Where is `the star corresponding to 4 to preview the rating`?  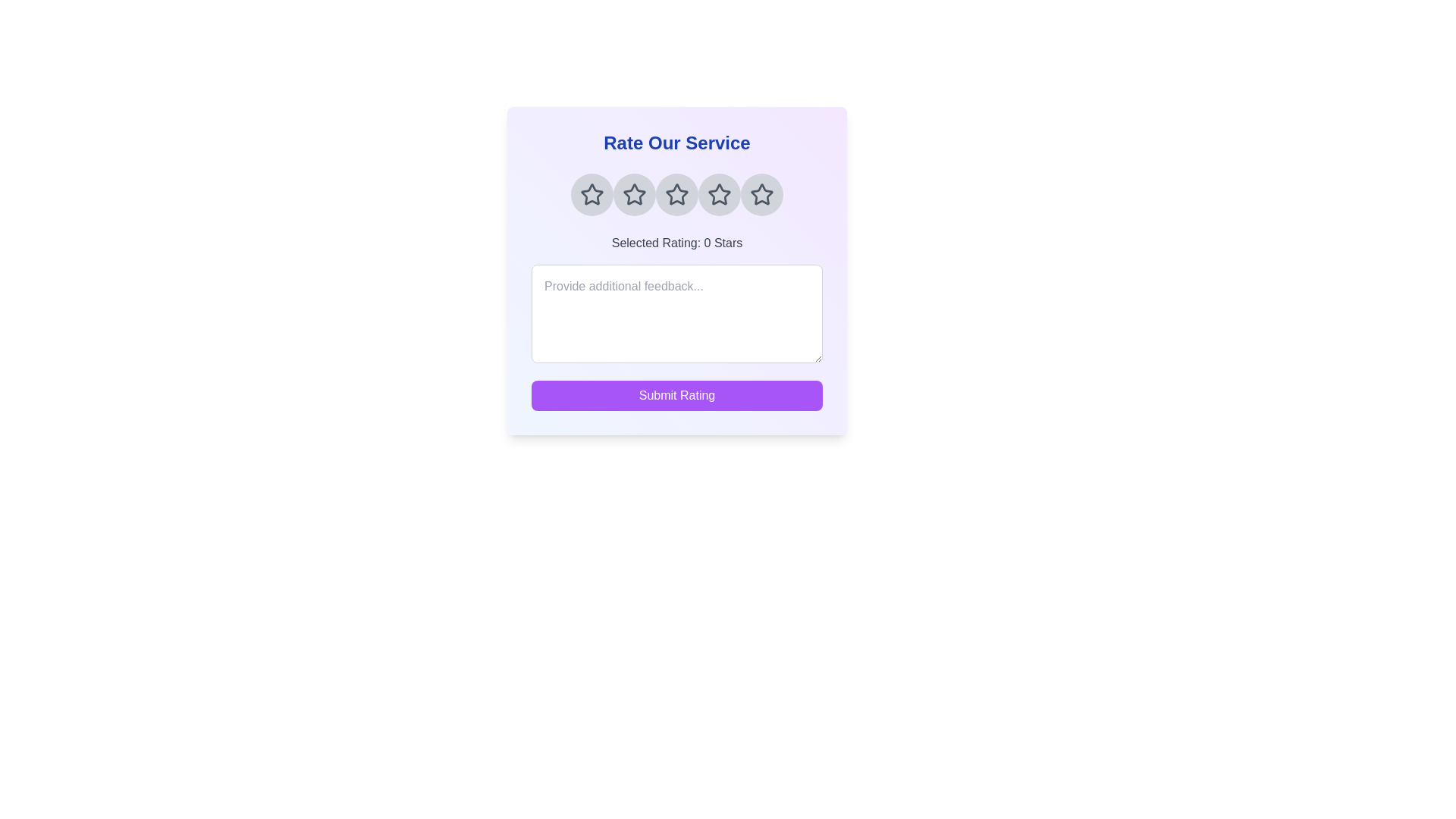 the star corresponding to 4 to preview the rating is located at coordinates (719, 194).